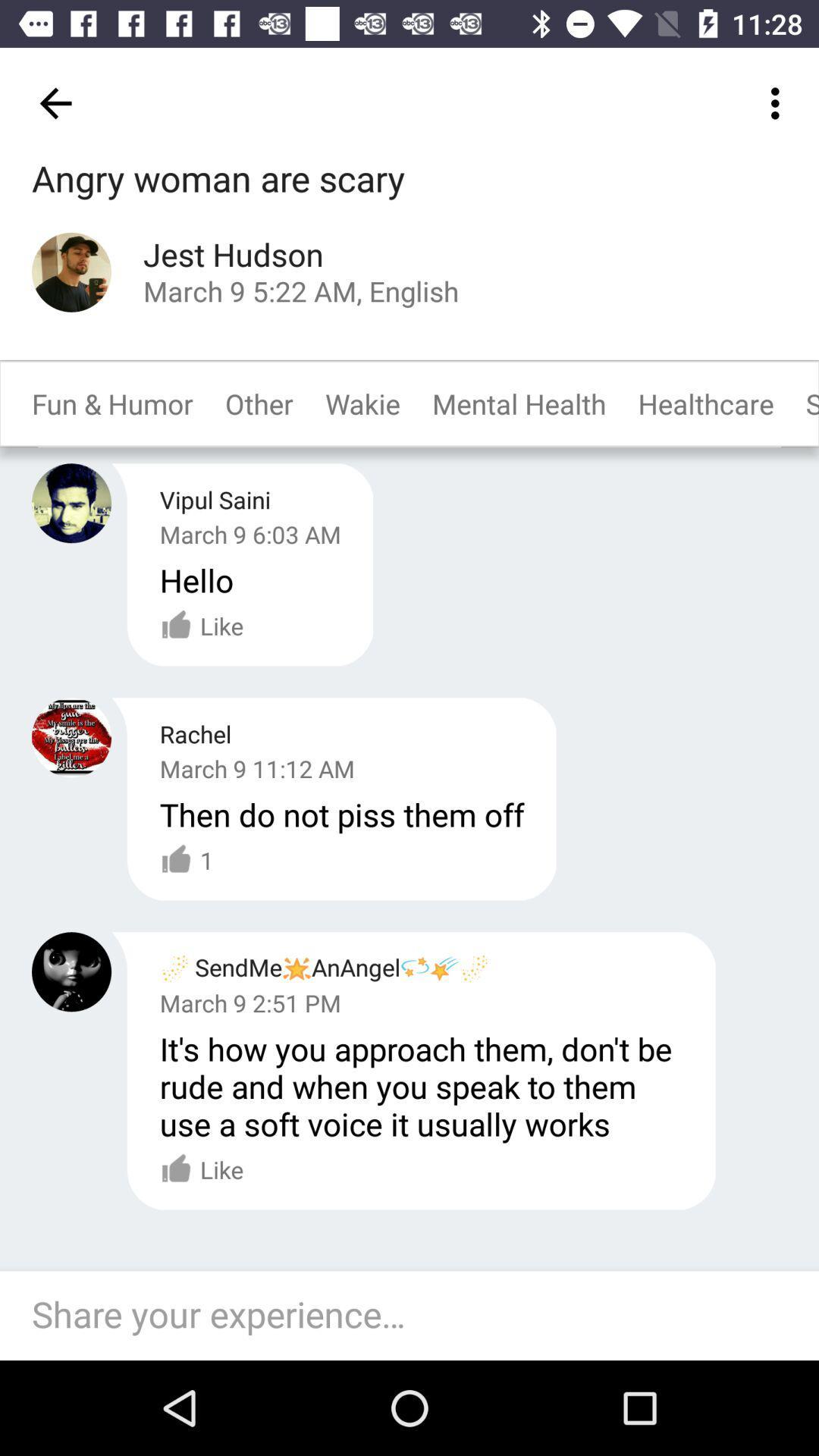  What do you see at coordinates (218, 180) in the screenshot?
I see `angry woman are` at bounding box center [218, 180].